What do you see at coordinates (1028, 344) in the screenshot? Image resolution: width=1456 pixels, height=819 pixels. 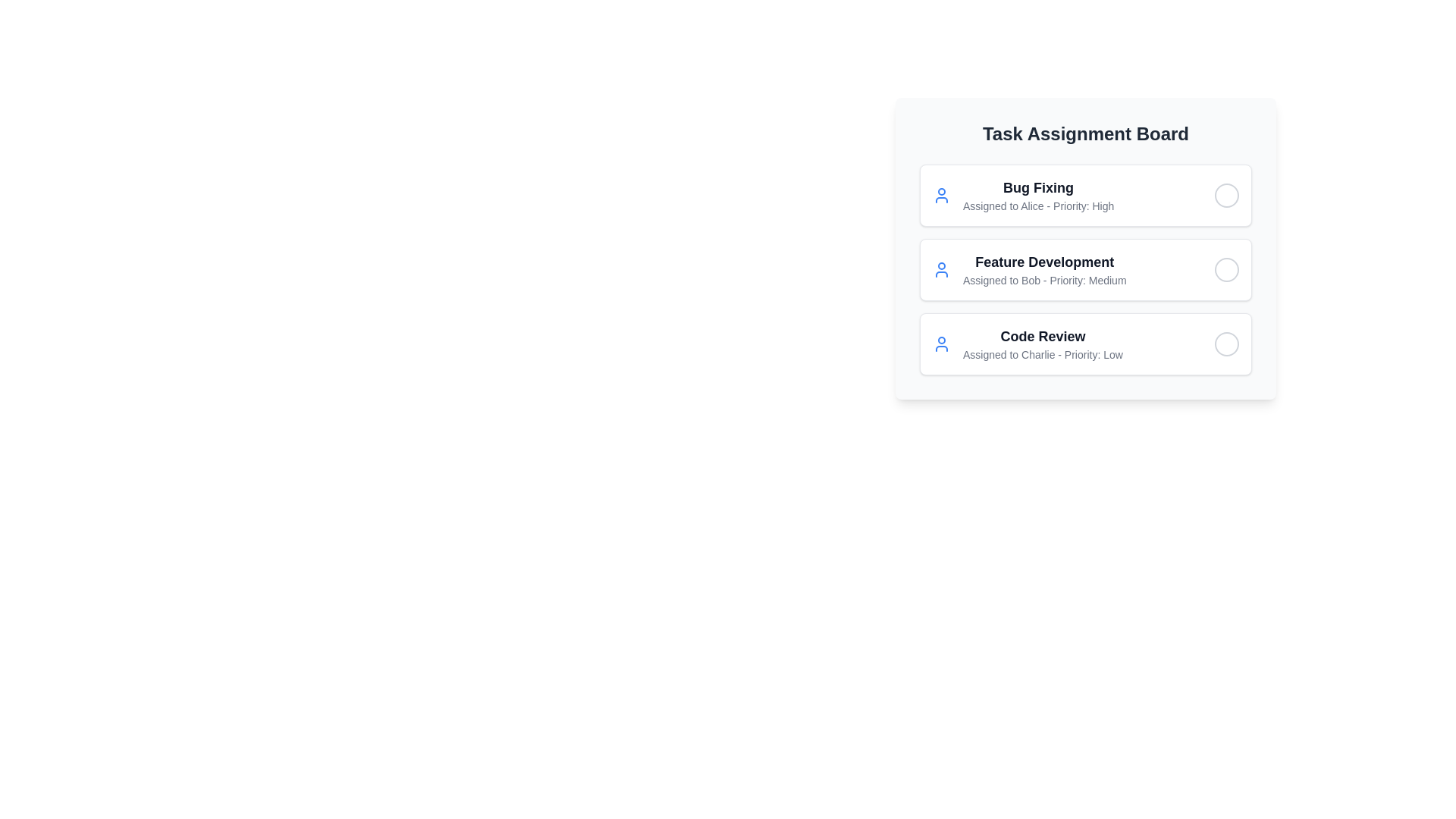 I see `displayed text from the 'Code Review' informational component, which includes the title 'Code Review' and the subtitle 'Assigned to Charlie - Priority: Low'` at bounding box center [1028, 344].